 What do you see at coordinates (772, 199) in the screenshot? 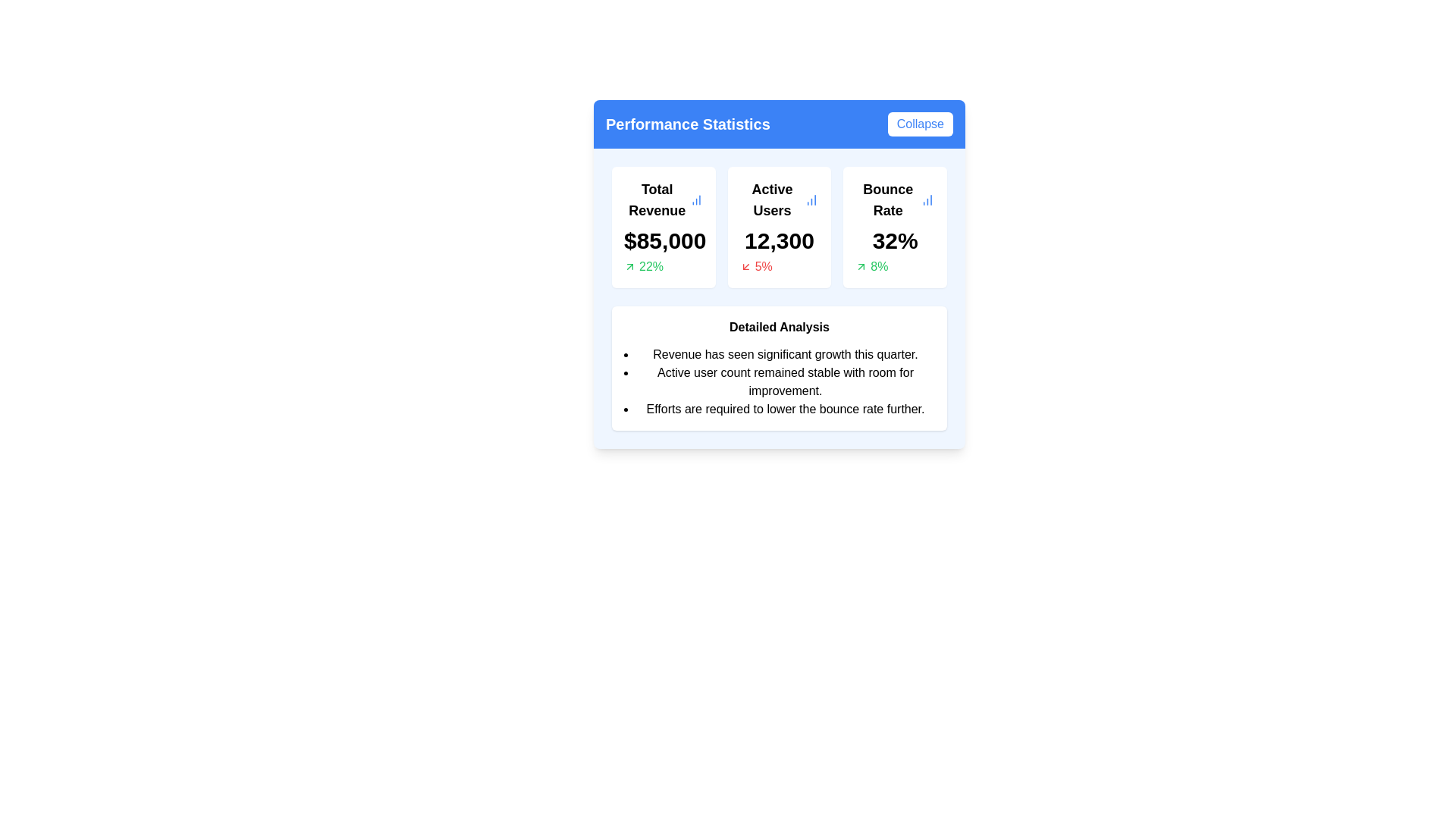
I see `the Text Label indicating 'Active Users' which is positioned above the '12,300' statistic within the card` at bounding box center [772, 199].